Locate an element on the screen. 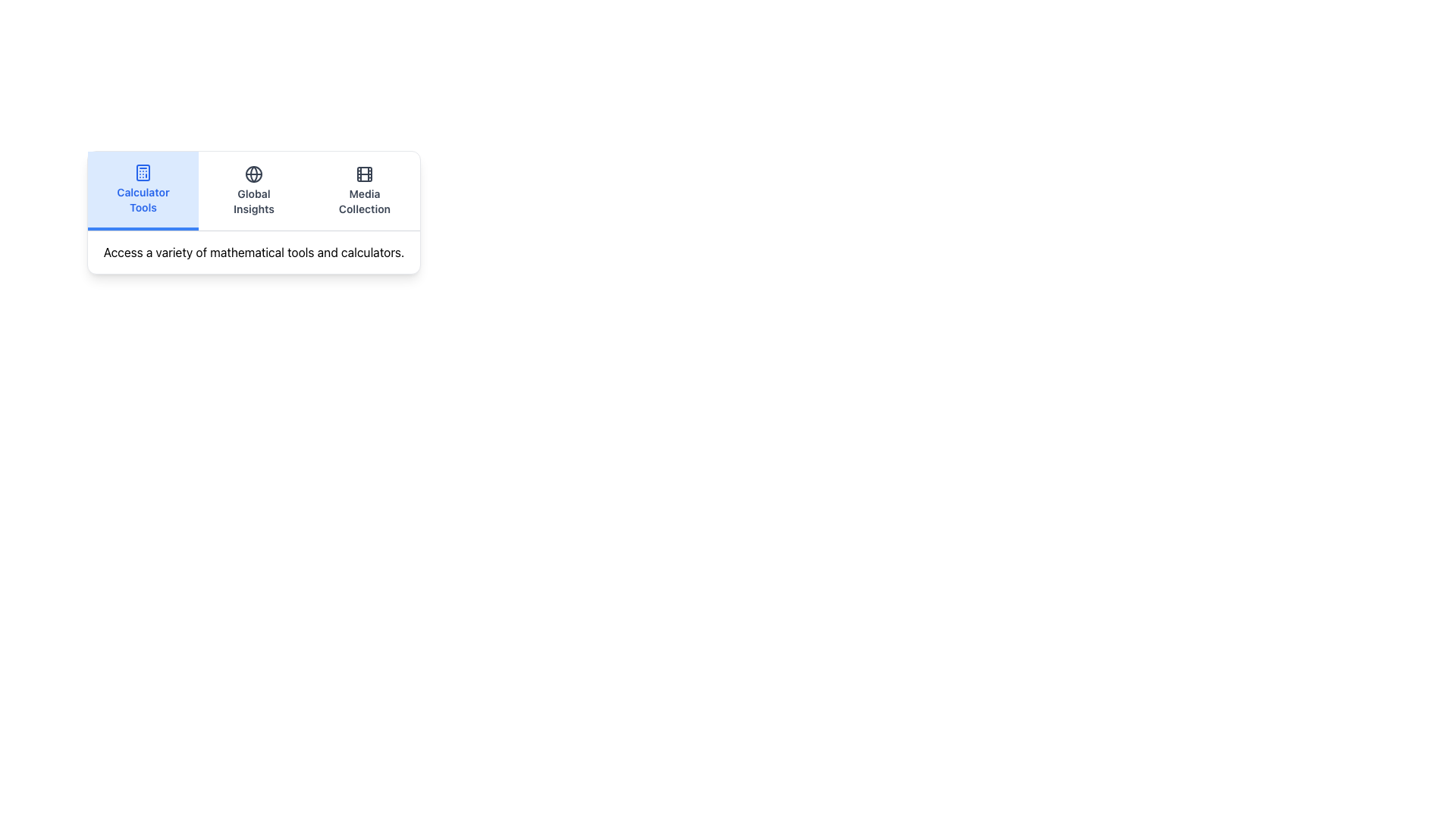  the 'Calculator Tools' icon, which is the first element in the horizontal row of options above its text label is located at coordinates (143, 171).